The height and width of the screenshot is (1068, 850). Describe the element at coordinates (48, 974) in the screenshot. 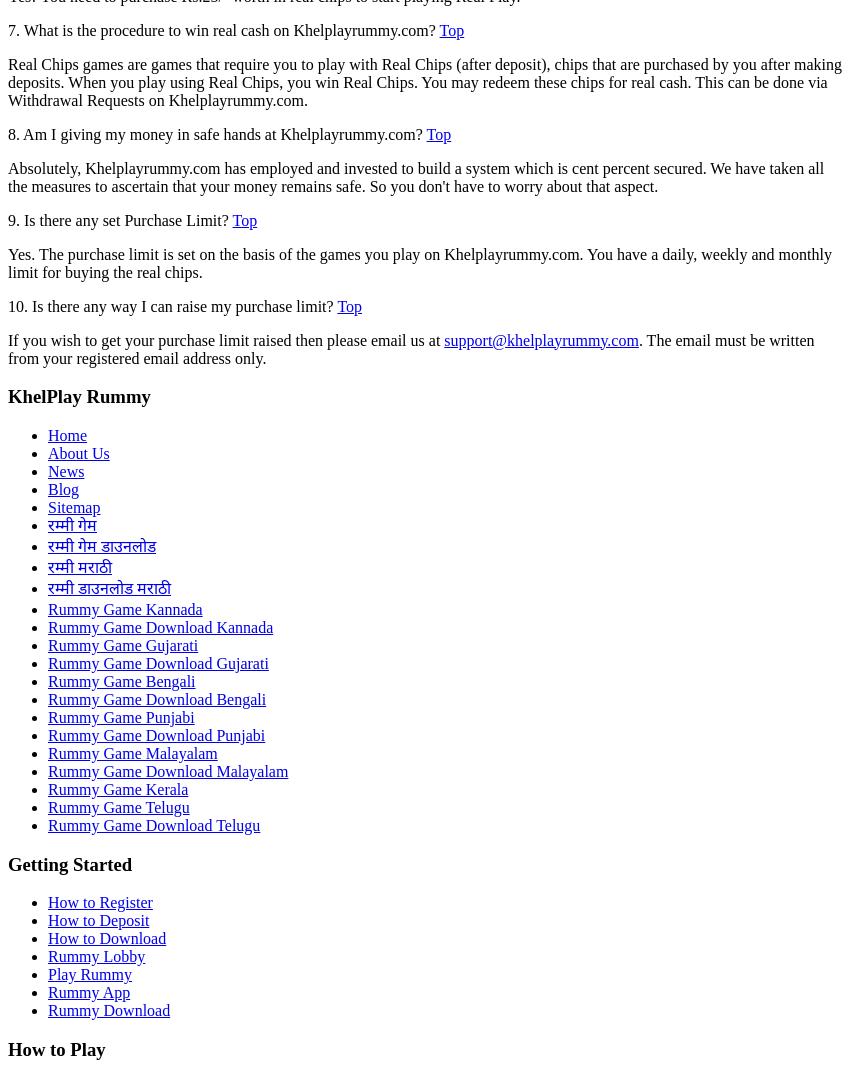

I see `'Play Rummy'` at that location.